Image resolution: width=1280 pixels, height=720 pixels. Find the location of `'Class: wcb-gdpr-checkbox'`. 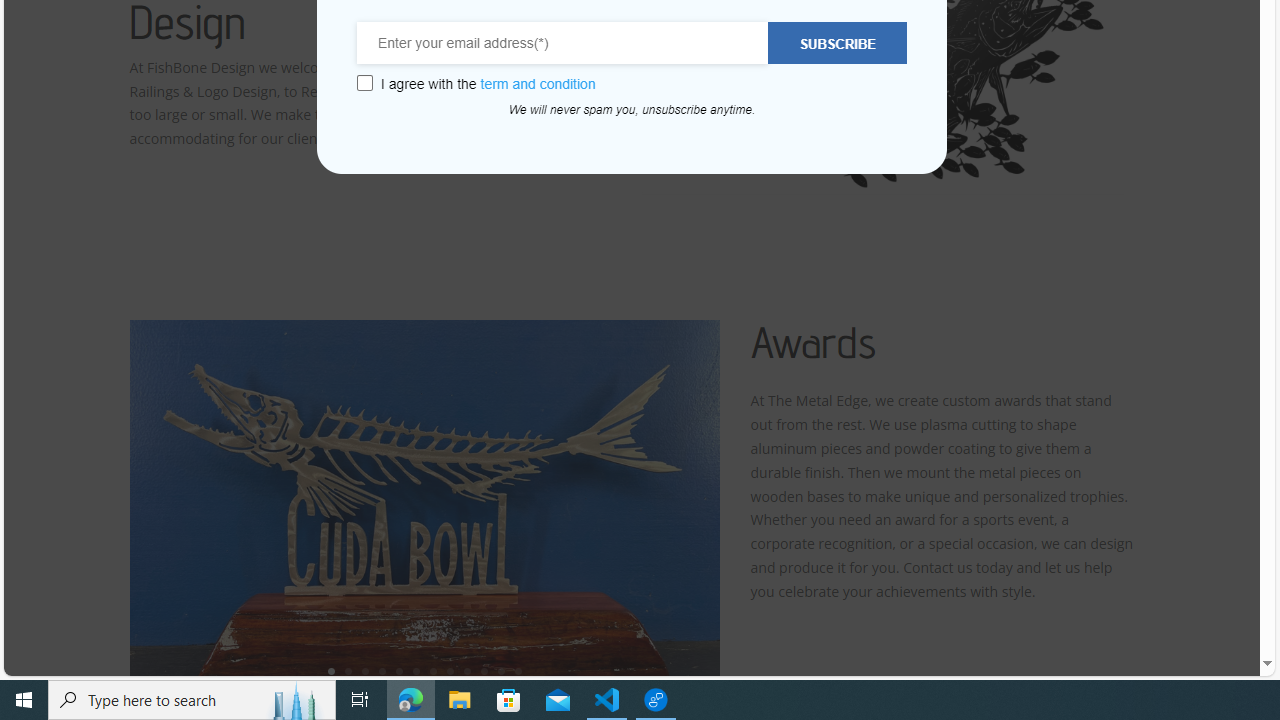

'Class: wcb-gdpr-checkbox' is located at coordinates (364, 82).